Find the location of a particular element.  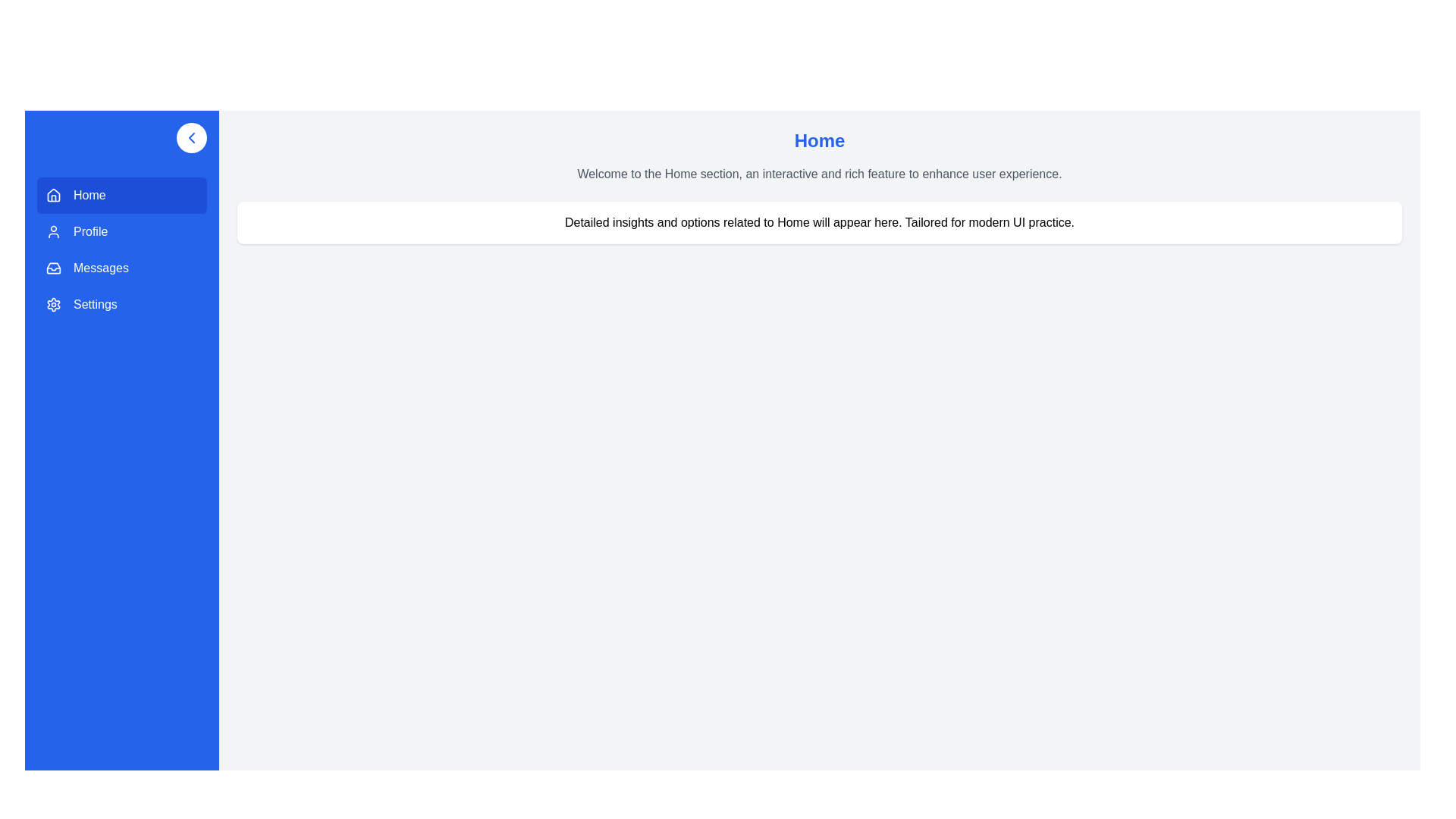

the toggle button to change the drawer's visibility is located at coordinates (191, 137).